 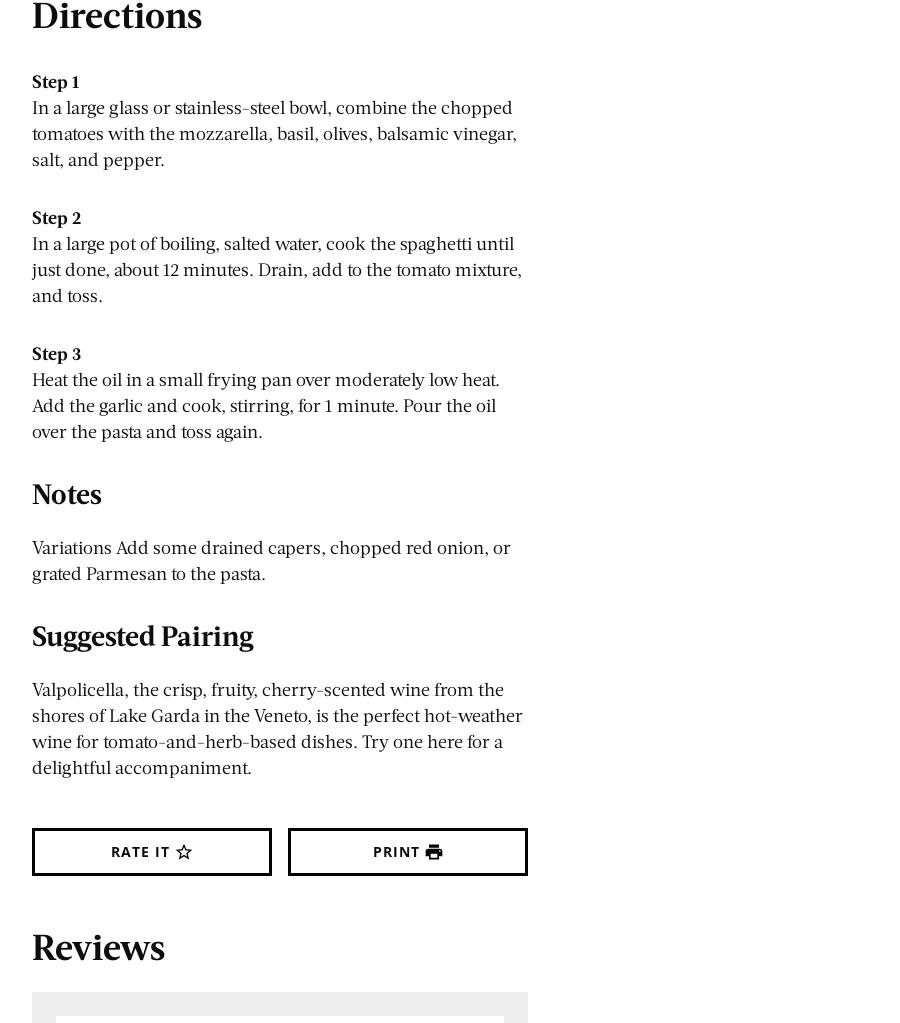 What do you see at coordinates (31, 405) in the screenshot?
I see `'Heat the oil in a small frying pan over moderately low heat. Add the garlic and cook, stirring, for 1 minute. Pour the oil over the pasta and toss again.'` at bounding box center [31, 405].